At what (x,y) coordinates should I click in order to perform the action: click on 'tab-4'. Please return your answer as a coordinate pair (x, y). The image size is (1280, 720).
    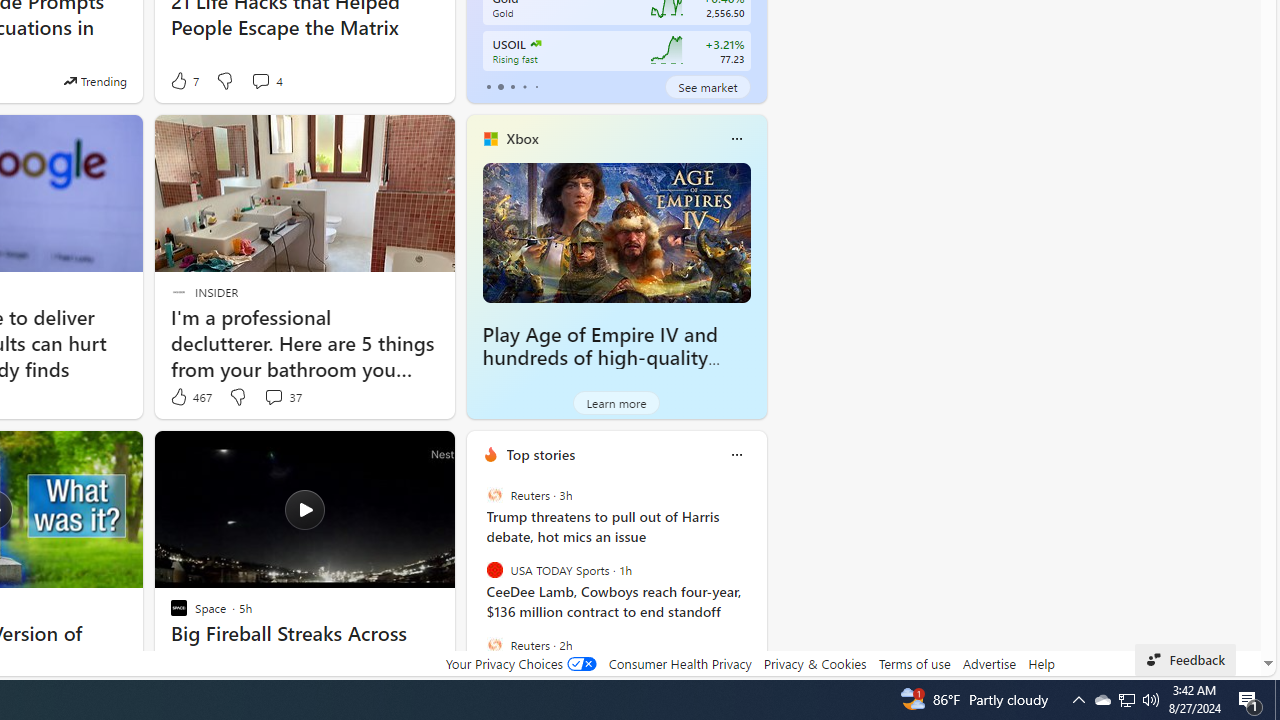
    Looking at the image, I should click on (536, 86).